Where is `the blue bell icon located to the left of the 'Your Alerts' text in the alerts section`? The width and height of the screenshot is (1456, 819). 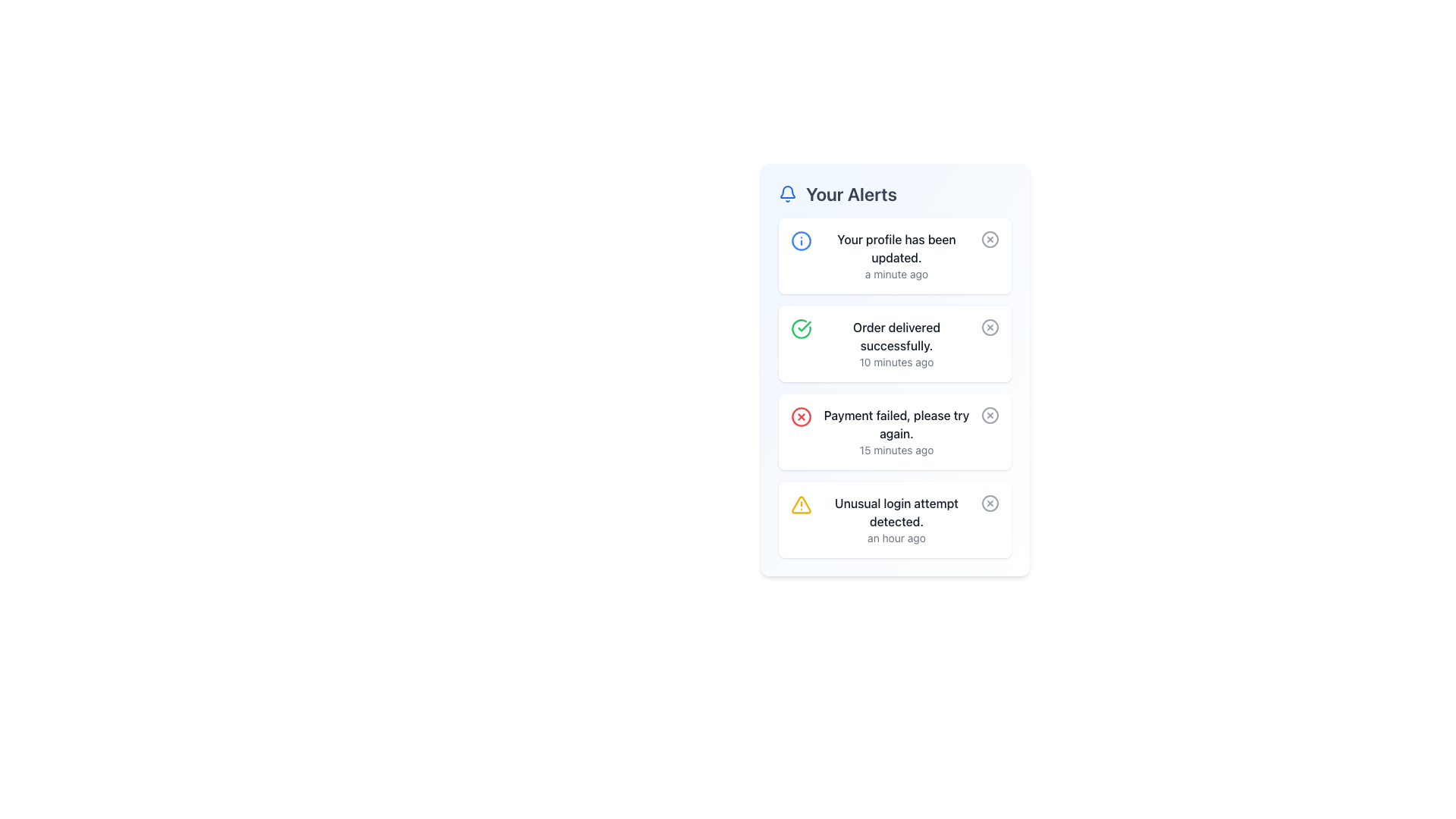
the blue bell icon located to the left of the 'Your Alerts' text in the alerts section is located at coordinates (787, 193).